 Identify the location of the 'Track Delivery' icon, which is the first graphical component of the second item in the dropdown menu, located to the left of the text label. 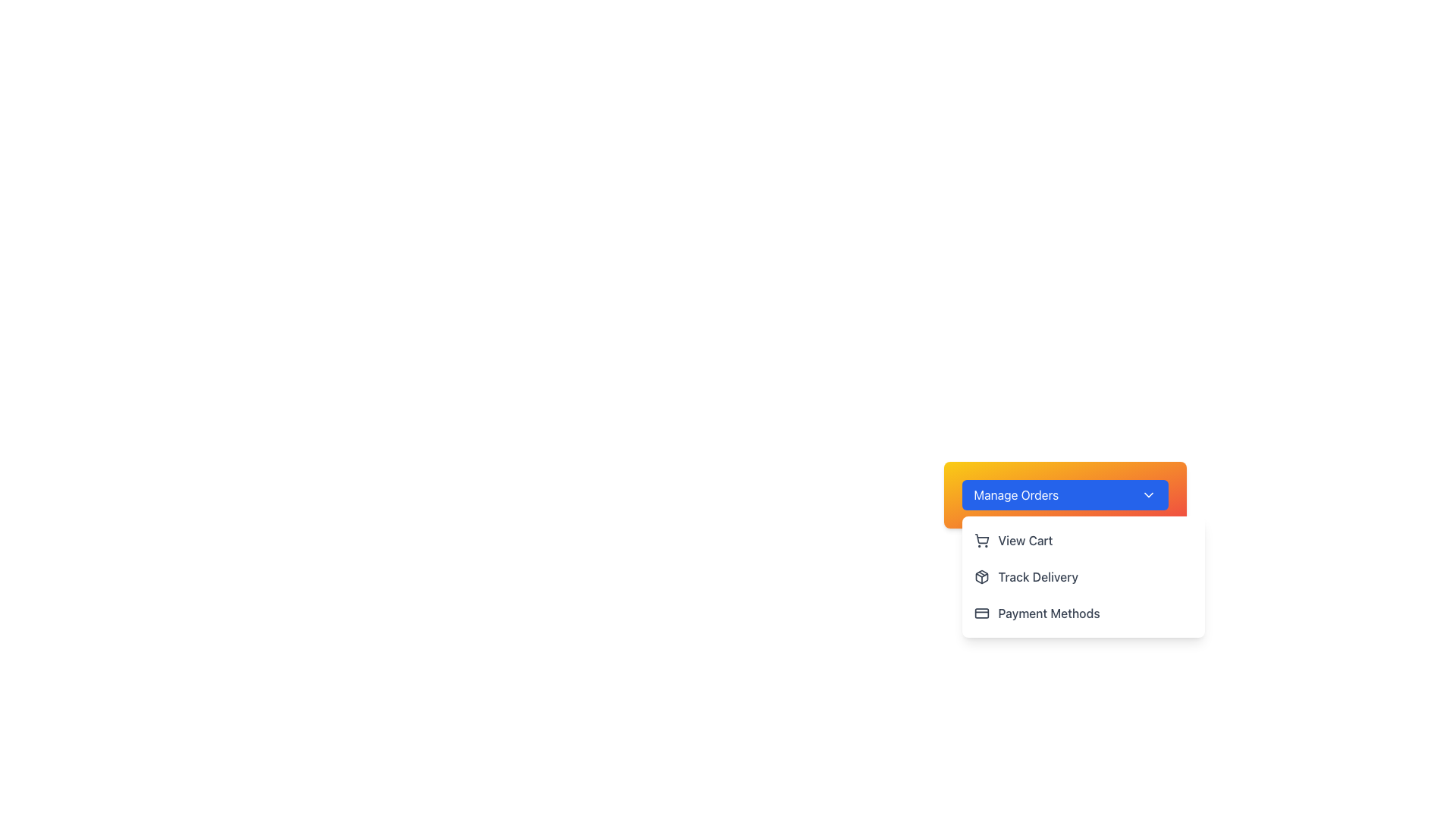
(981, 576).